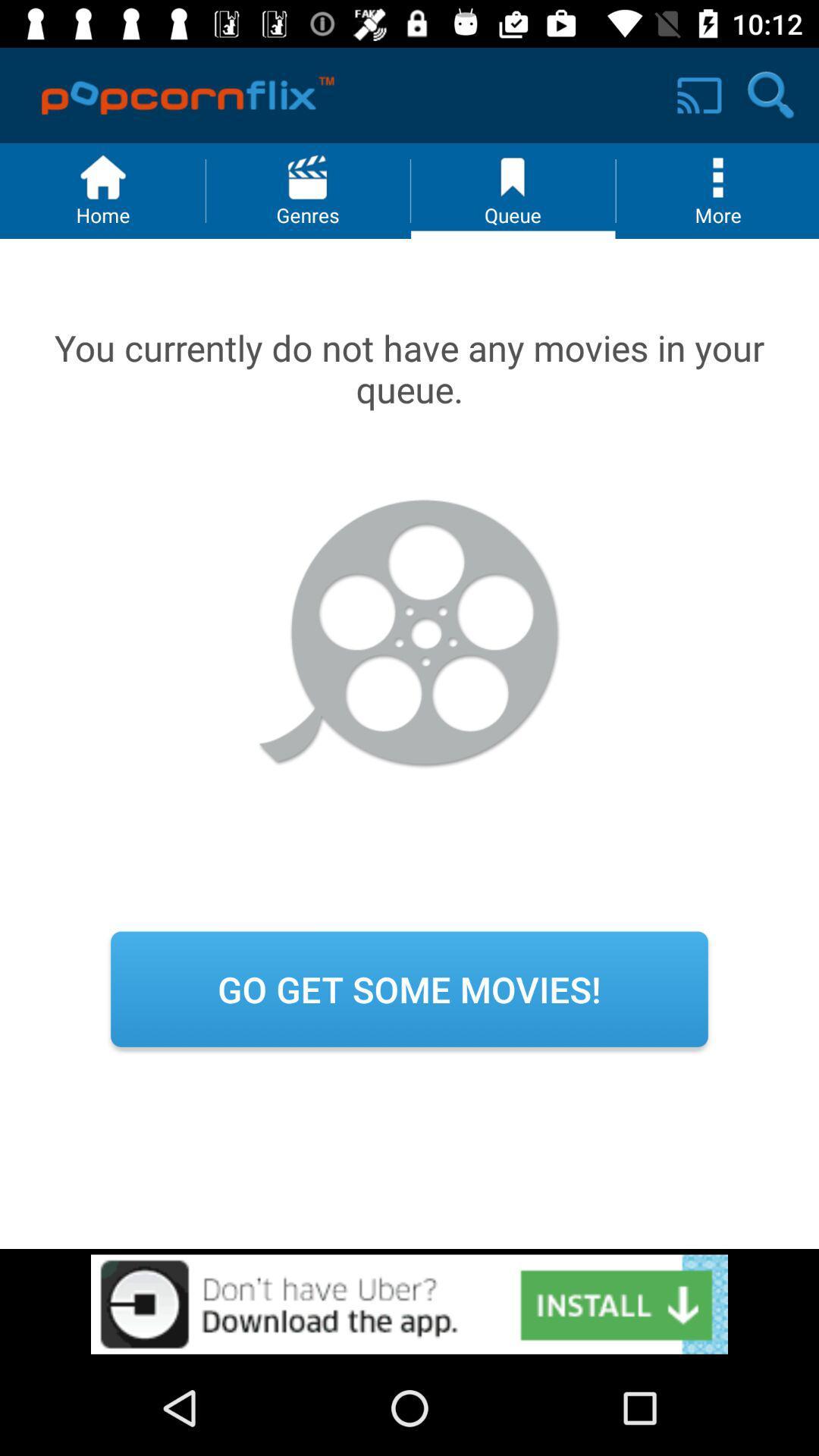  Describe the element at coordinates (409, 1304) in the screenshot. I see `open advertisement` at that location.